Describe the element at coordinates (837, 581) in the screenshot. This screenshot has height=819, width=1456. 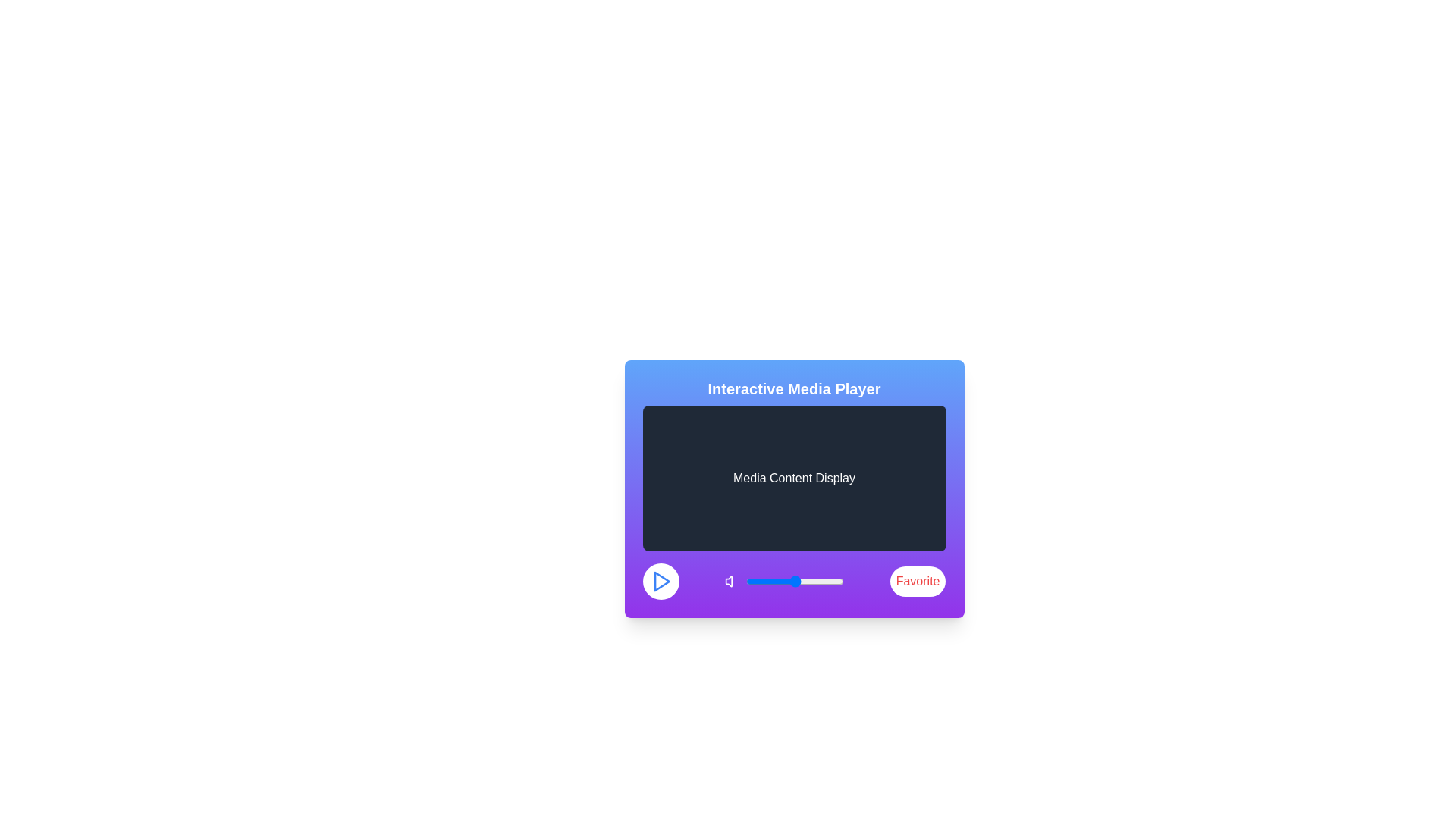
I see `the slider` at that location.